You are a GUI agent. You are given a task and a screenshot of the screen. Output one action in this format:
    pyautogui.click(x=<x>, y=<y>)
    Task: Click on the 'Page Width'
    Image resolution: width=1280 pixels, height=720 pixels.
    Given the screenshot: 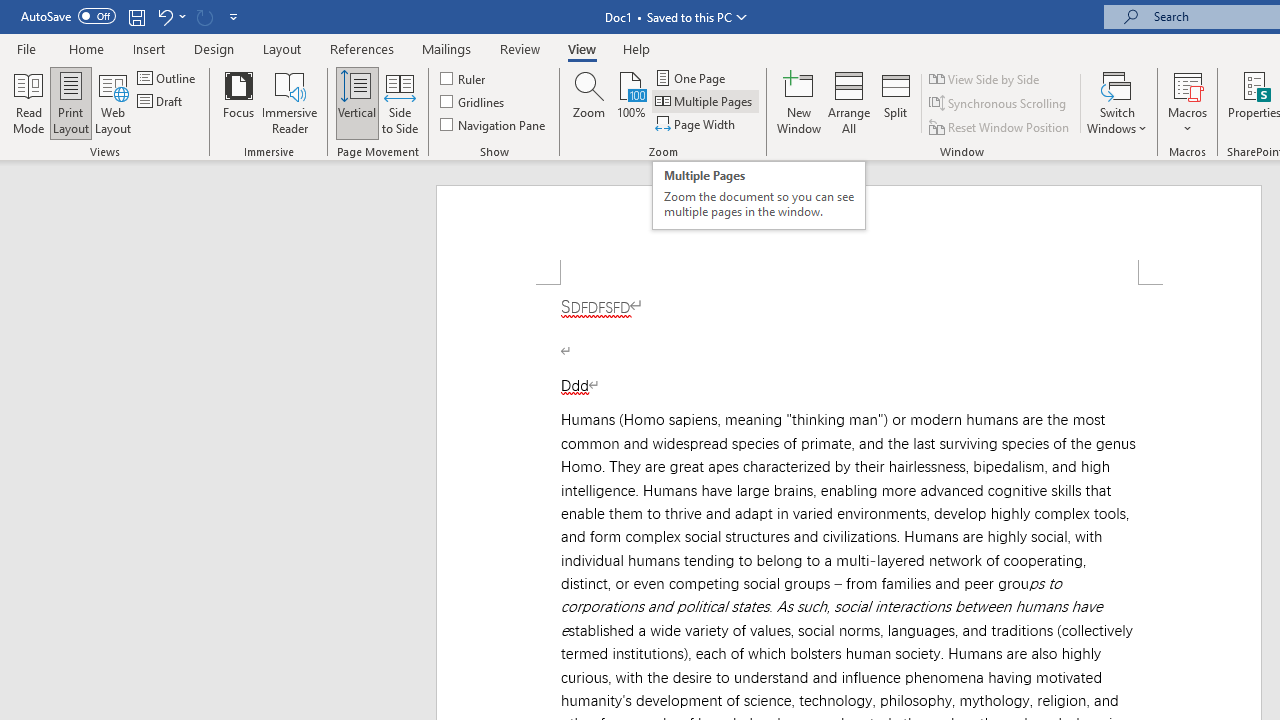 What is the action you would take?
    pyautogui.click(x=696, y=124)
    